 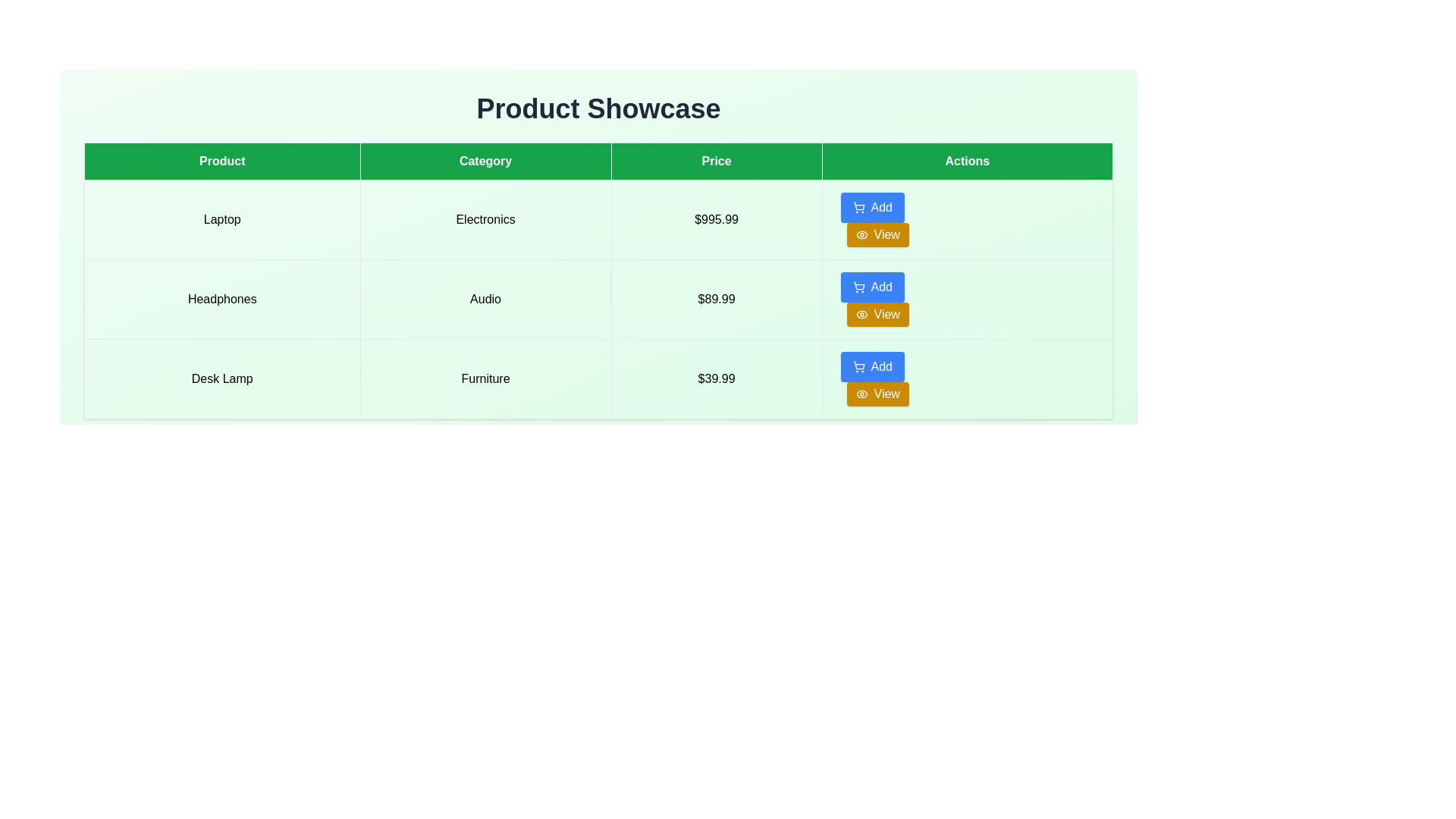 I want to click on the shopping cart icon located in the first row of the 'Actions' column, which is positioned to the left of the 'Add' text and beneath the blue 'Add' button, so click(x=858, y=207).